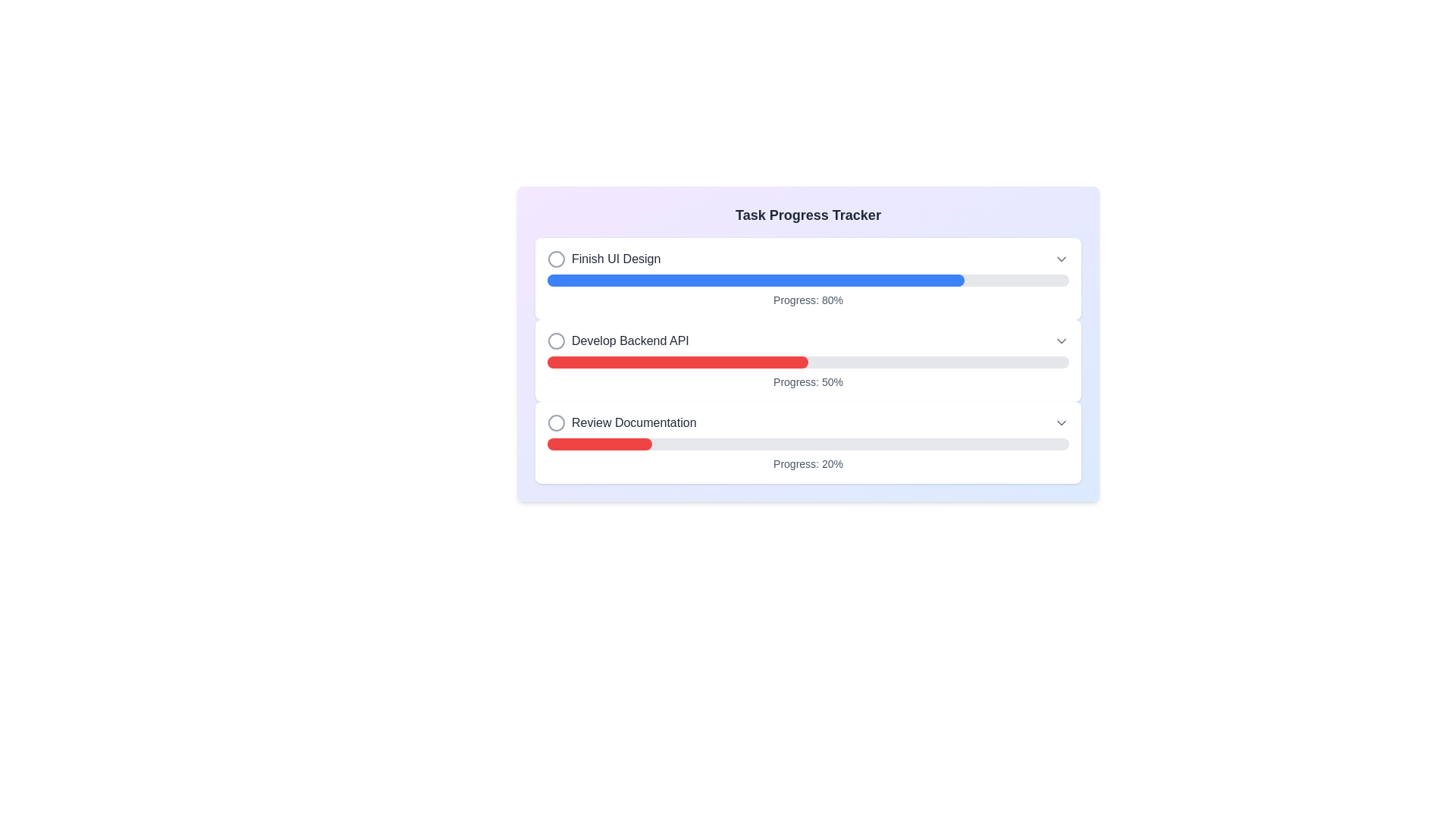 The image size is (1456, 819). Describe the element at coordinates (618, 341) in the screenshot. I see `text content of the text label "Develop Backend API" which is styled with medium font weight and grayish-black color, located in the second position of a vertical list of tasks` at that location.